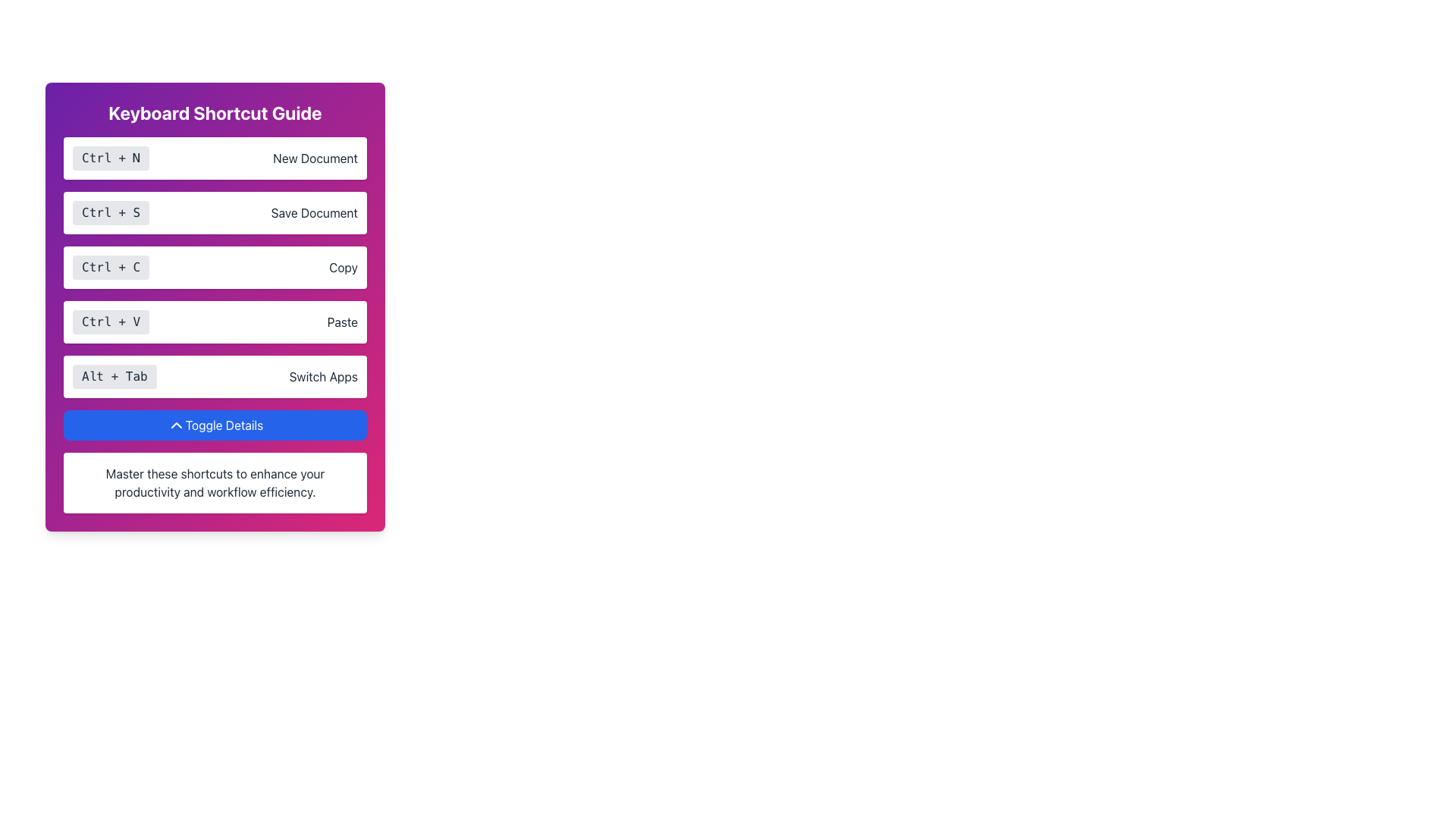 Image resolution: width=1456 pixels, height=819 pixels. I want to click on the non-interactive styled text label displaying 'Ctrl + S', which is located within the 'Keyboard Shortcut Guide' panel, so click(110, 213).